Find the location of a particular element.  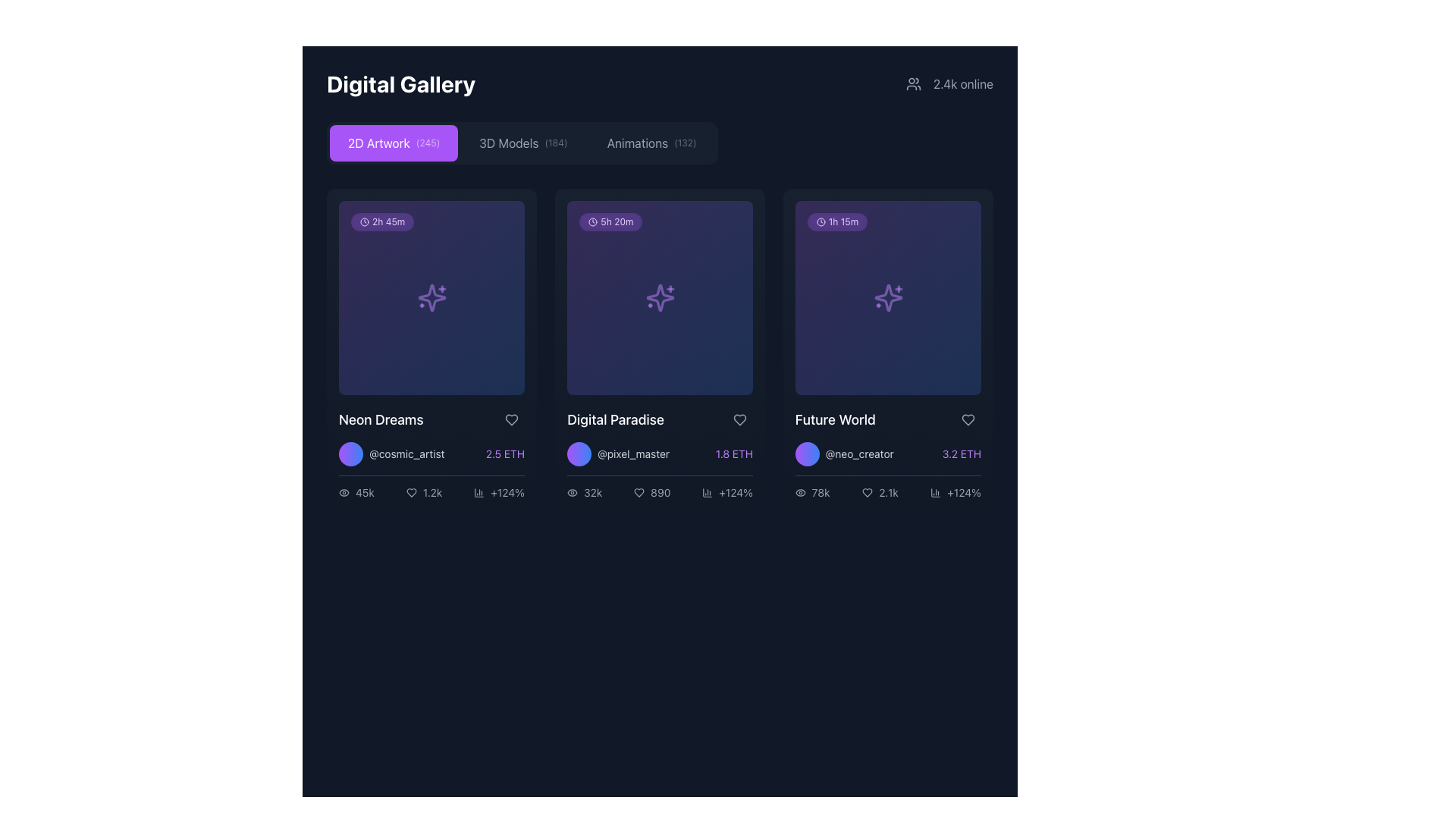

the text label displaying the price in Ethereum (ETH) for the 'Future World' item, located at the bottom right corner of the card, adjacent to a heart-like icon is located at coordinates (961, 453).